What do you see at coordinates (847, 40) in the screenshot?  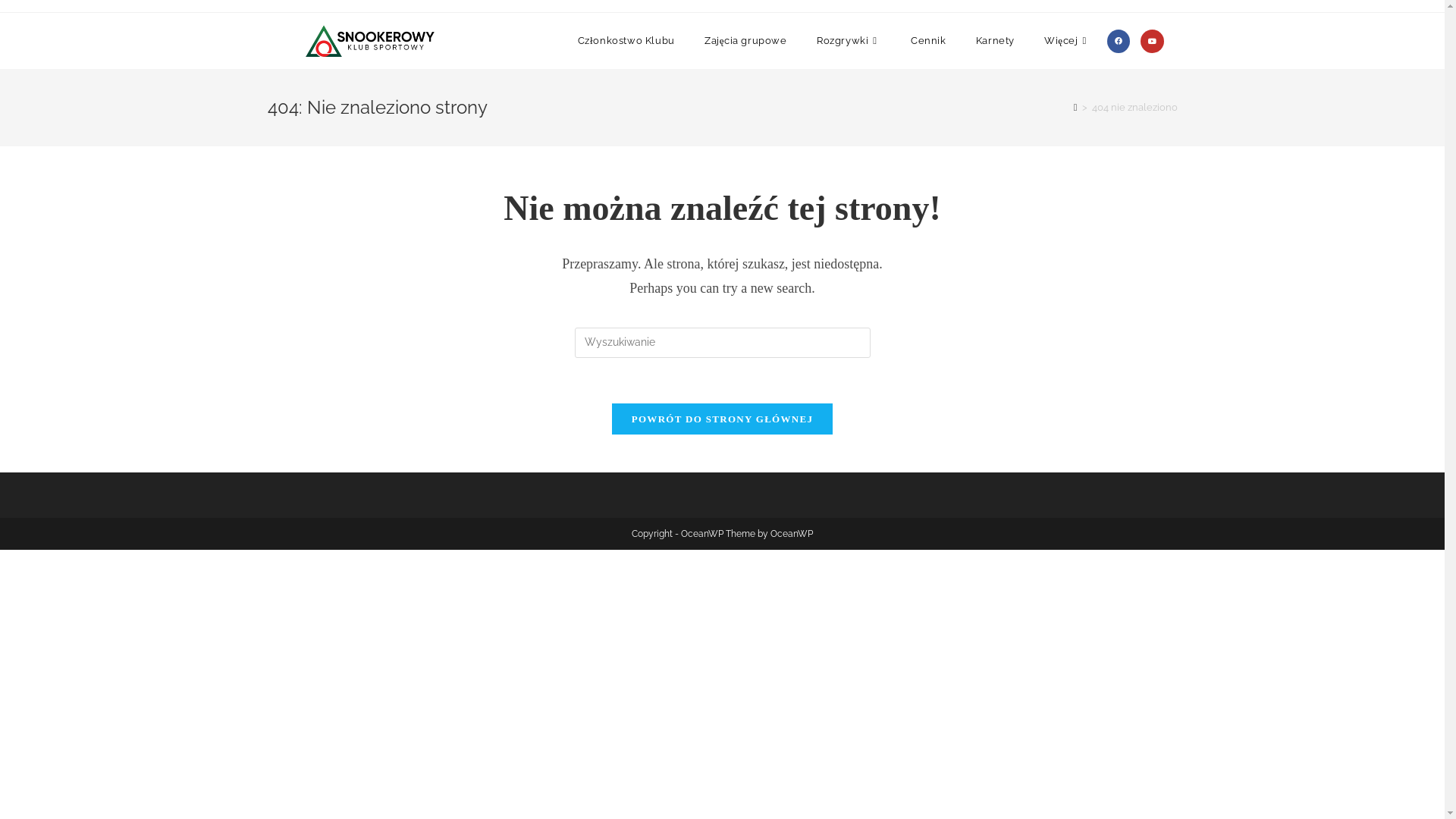 I see `'Rozgrywki'` at bounding box center [847, 40].